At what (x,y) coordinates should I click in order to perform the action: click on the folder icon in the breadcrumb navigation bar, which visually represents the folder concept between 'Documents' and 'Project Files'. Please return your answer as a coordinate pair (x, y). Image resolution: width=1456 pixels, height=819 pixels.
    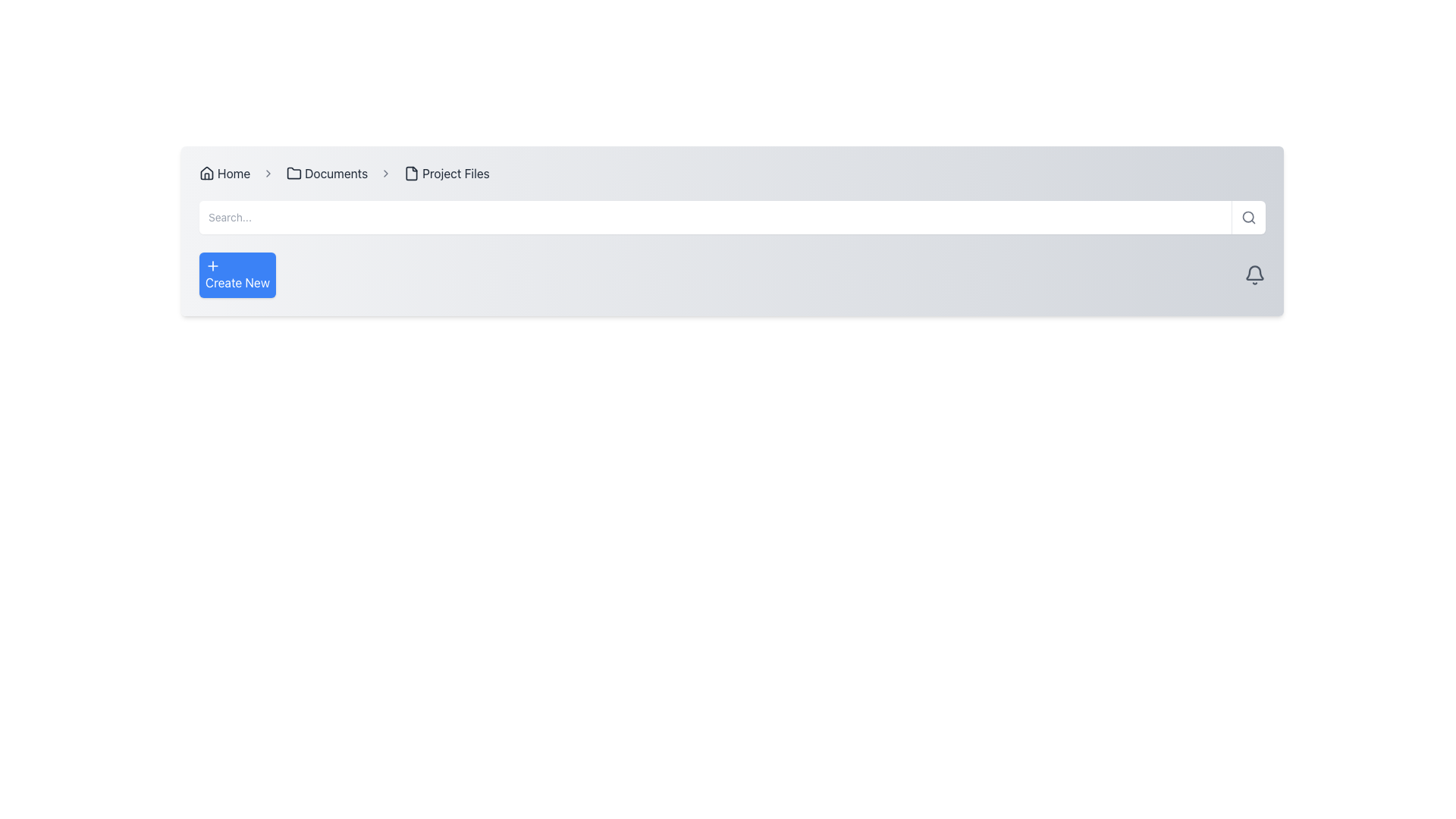
    Looking at the image, I should click on (294, 172).